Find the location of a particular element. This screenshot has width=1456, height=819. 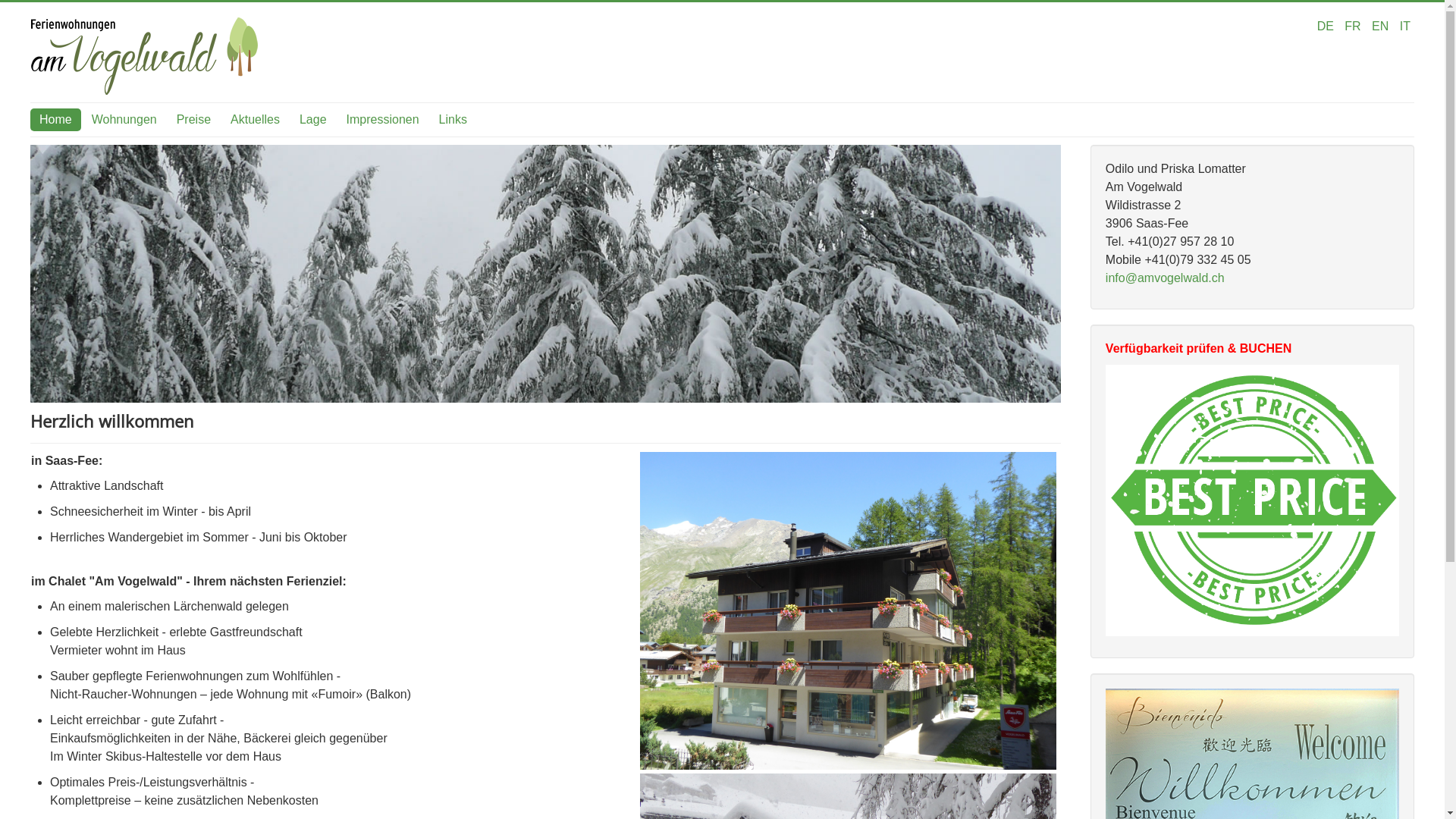

'Links' is located at coordinates (452, 119).